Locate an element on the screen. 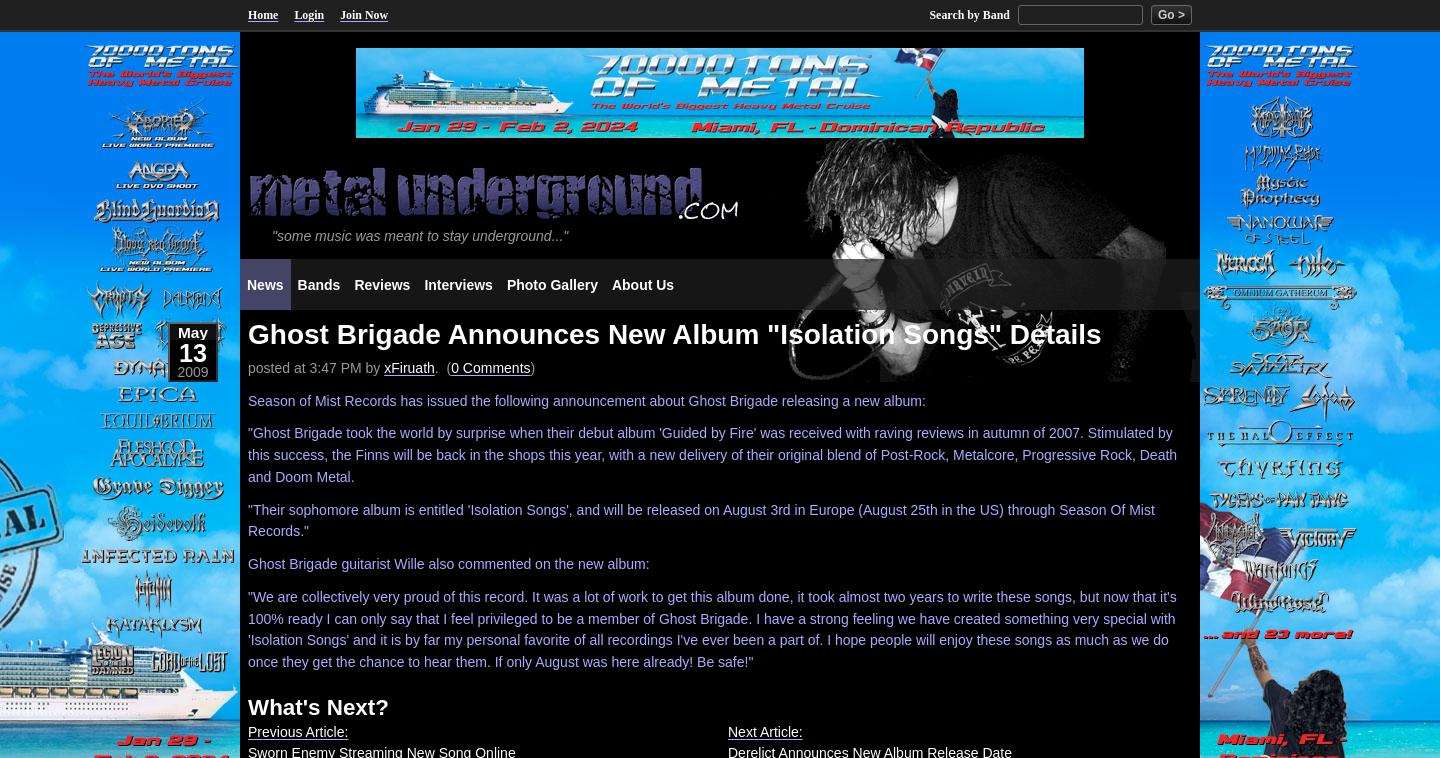 The image size is (1440, 758). 'News' is located at coordinates (263, 284).